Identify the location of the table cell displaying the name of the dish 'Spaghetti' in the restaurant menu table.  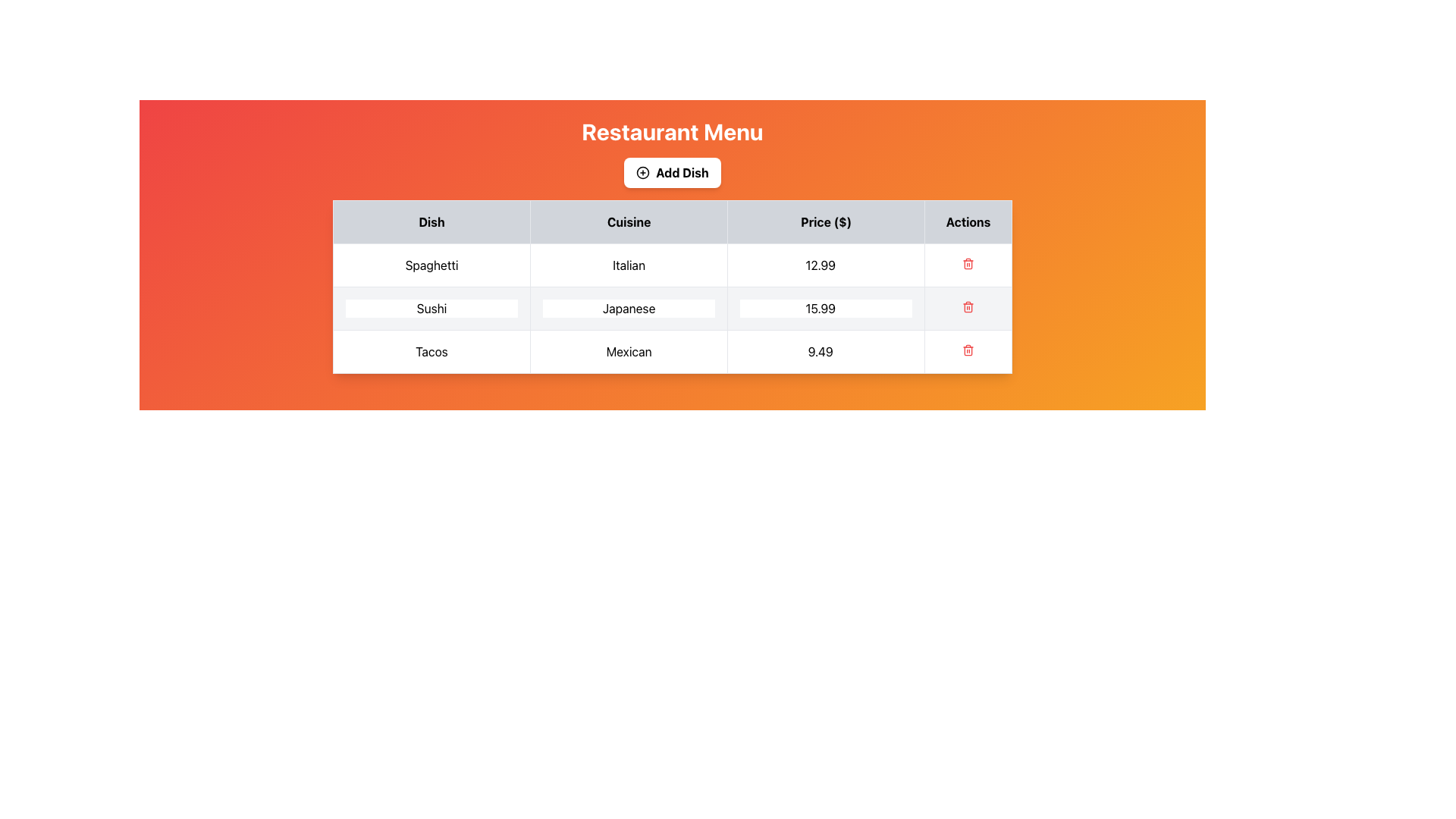
(431, 265).